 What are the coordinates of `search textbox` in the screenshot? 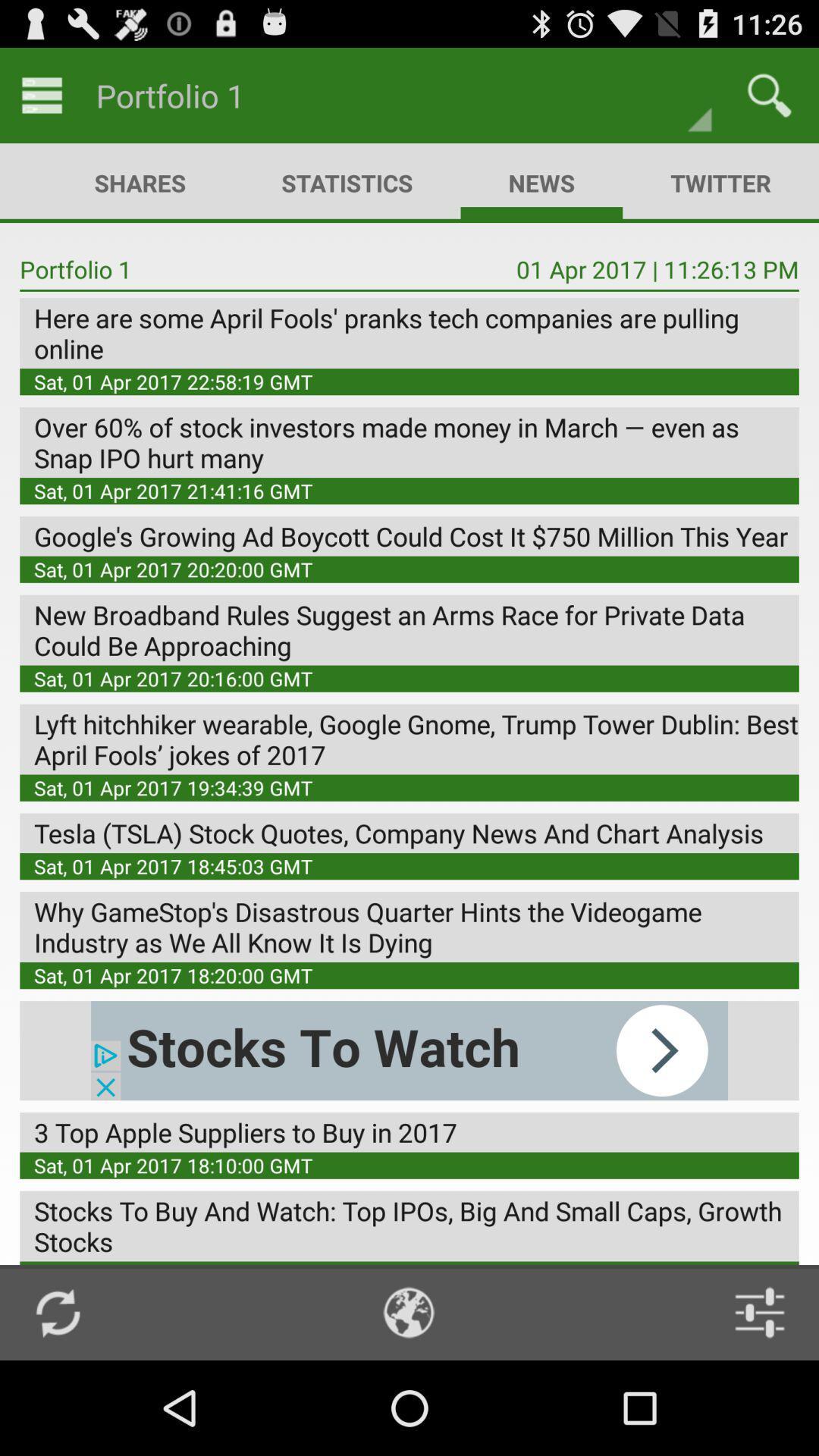 It's located at (769, 94).